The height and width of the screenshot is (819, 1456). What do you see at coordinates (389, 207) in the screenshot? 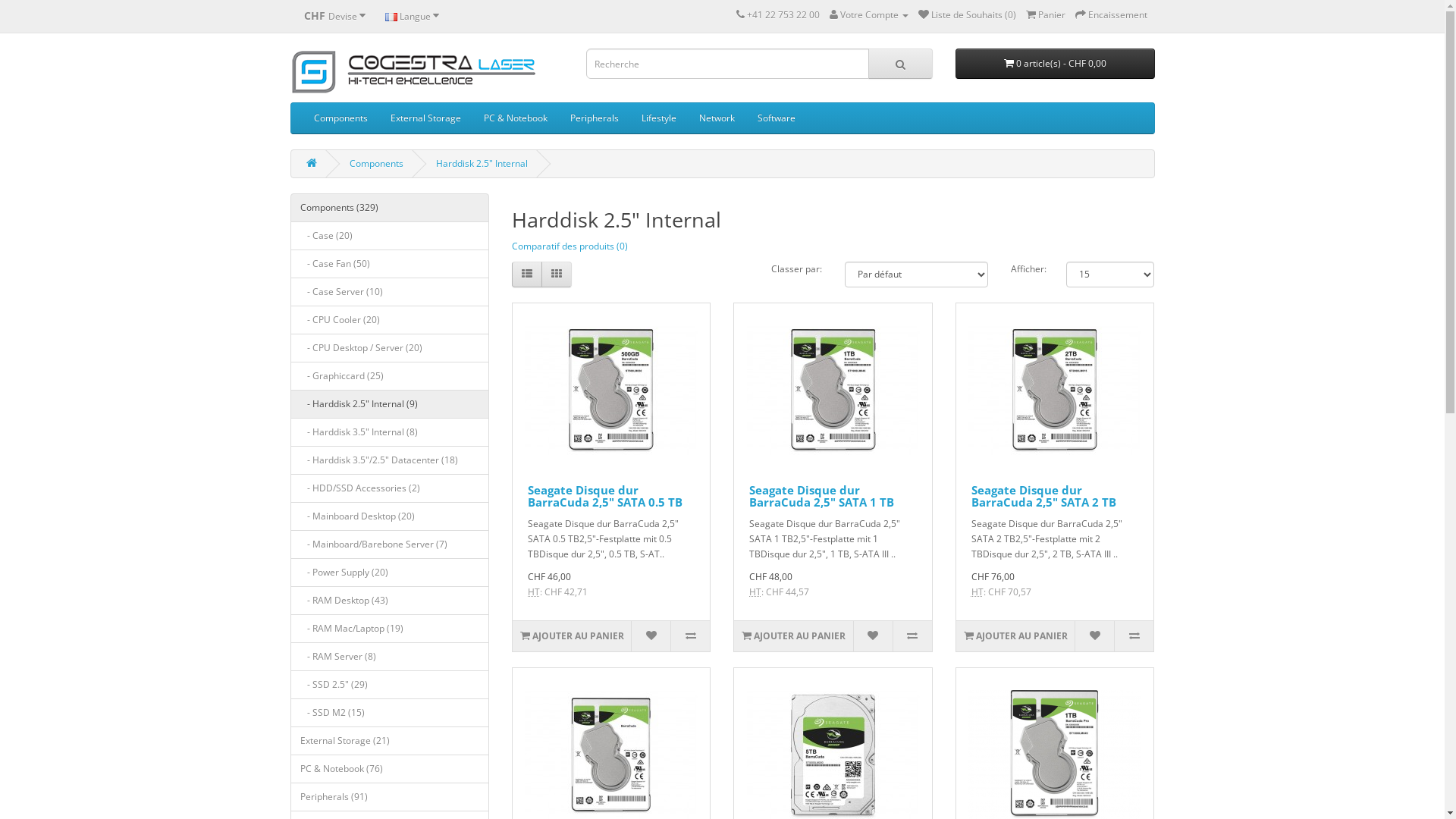
I see `'Components (329)'` at bounding box center [389, 207].